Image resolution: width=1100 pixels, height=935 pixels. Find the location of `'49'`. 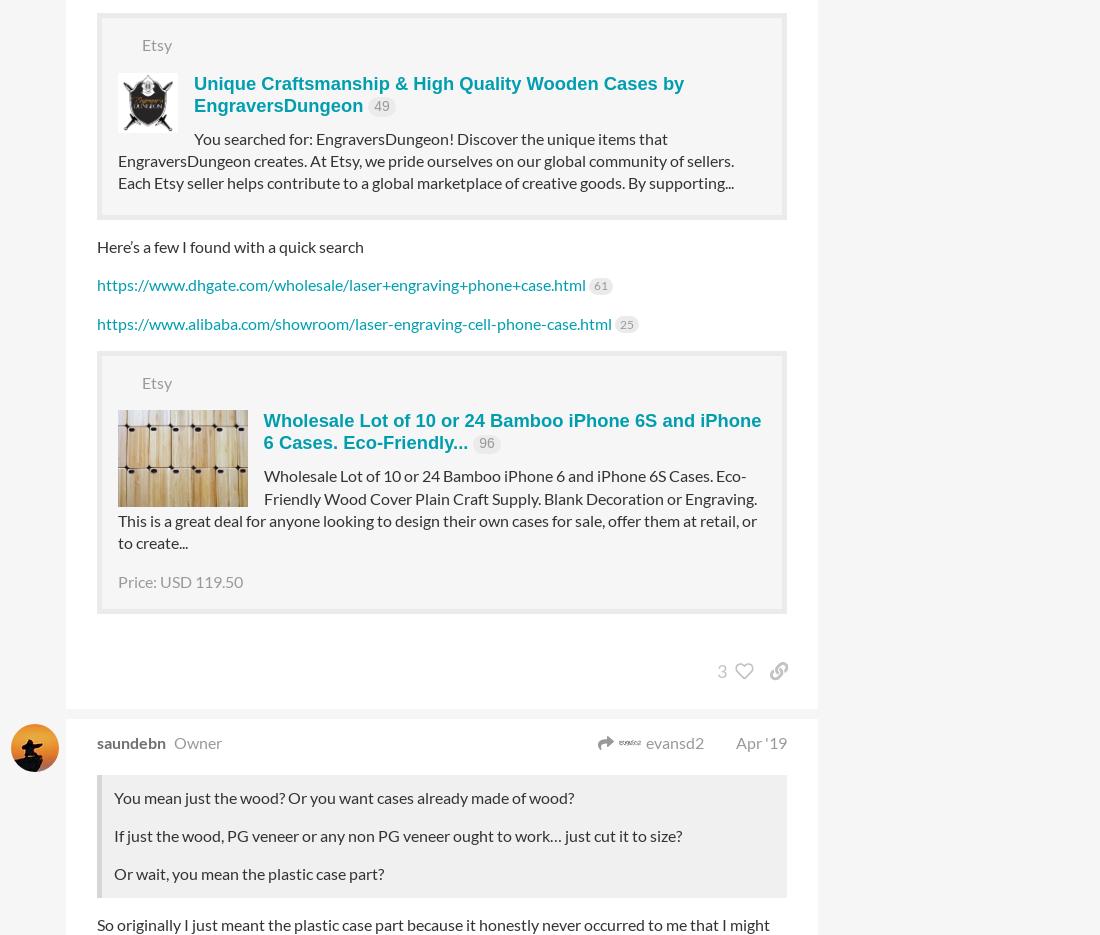

'49' is located at coordinates (381, 104).